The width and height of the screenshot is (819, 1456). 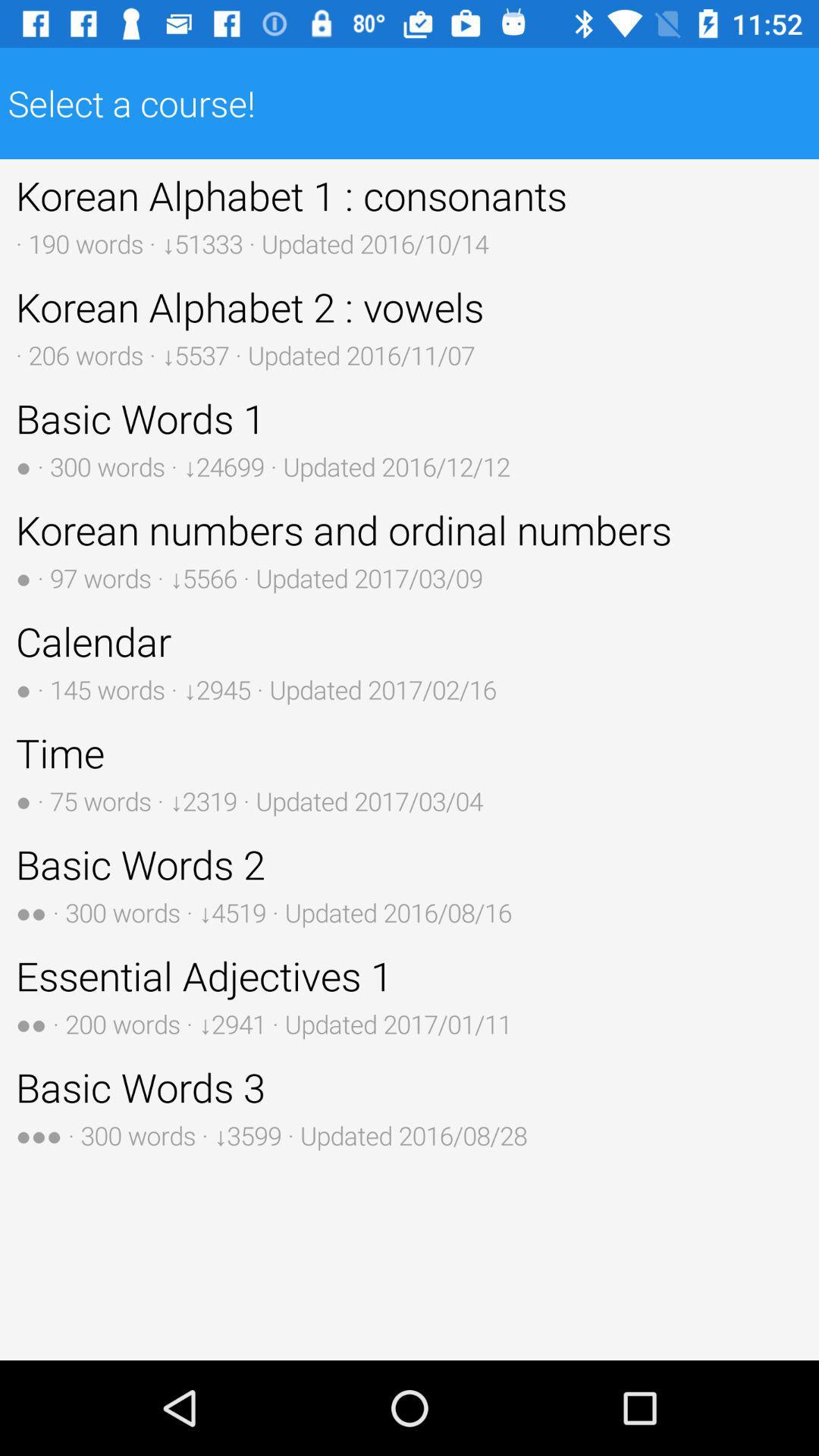 I want to click on the calendar 145 words, so click(x=409, y=661).